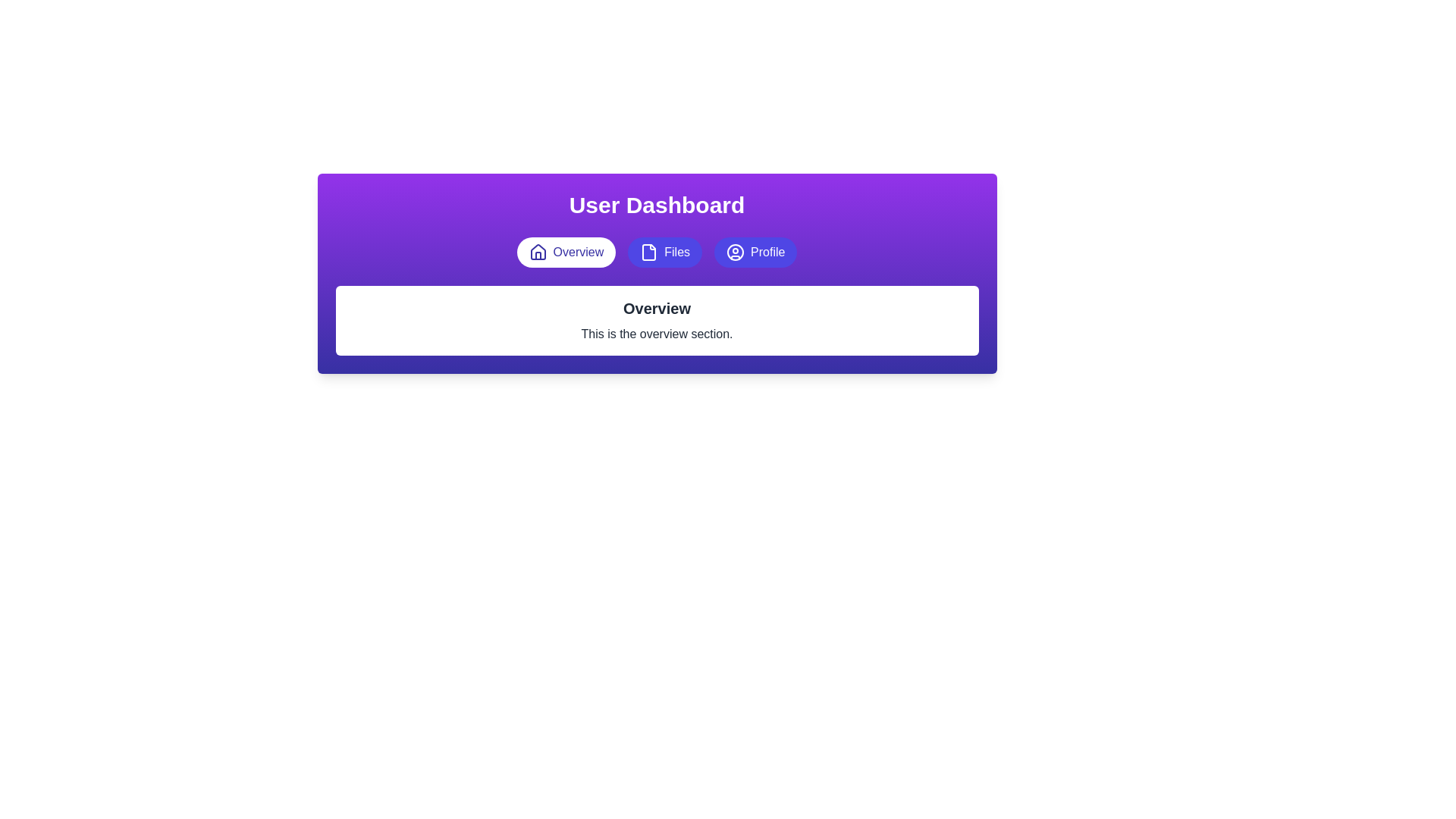 The height and width of the screenshot is (819, 1456). What do you see at coordinates (657, 320) in the screenshot?
I see `information displayed in the central text display element that provides an overview of the current section of the application` at bounding box center [657, 320].